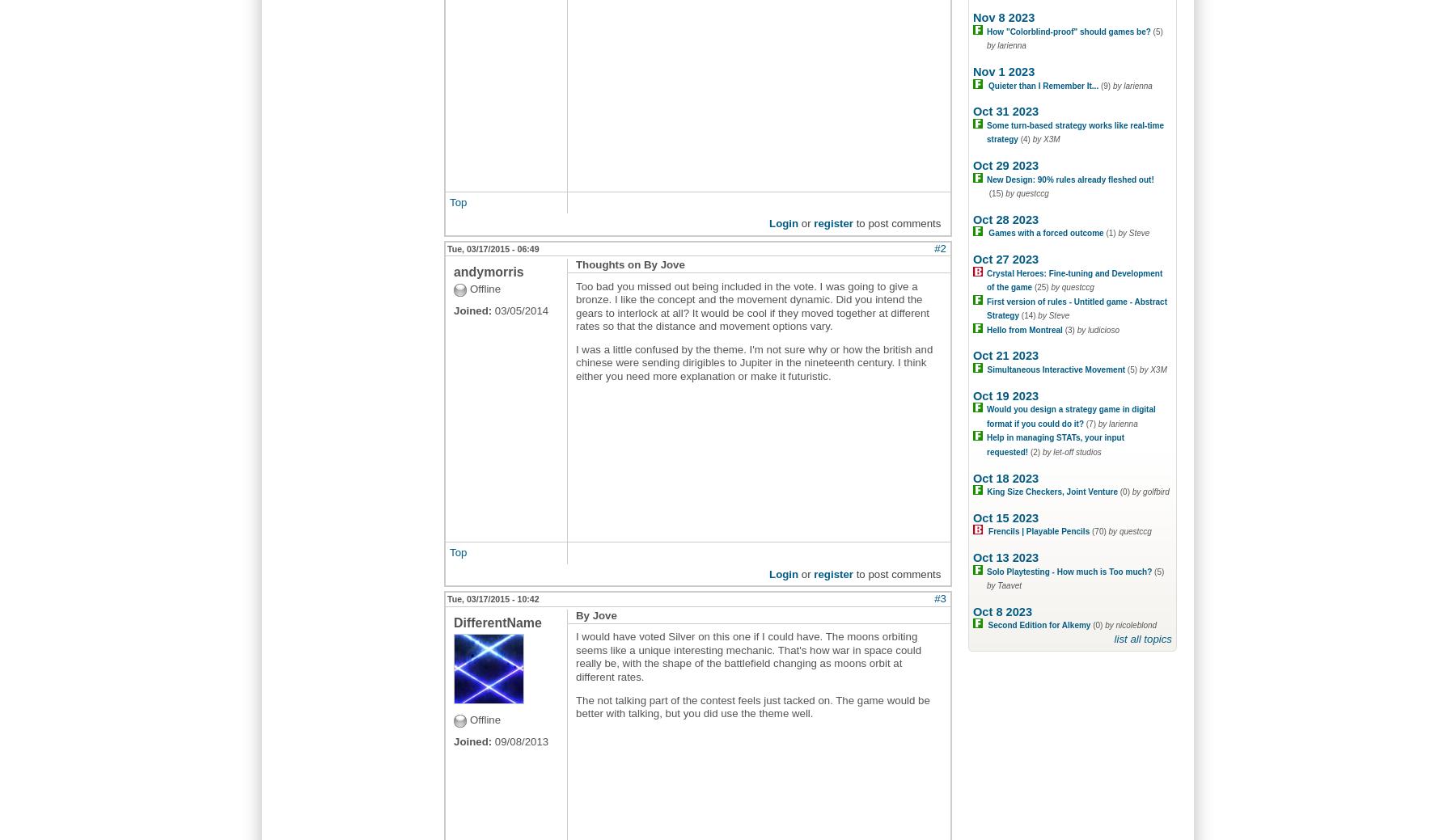 This screenshot has width=1456, height=840. Describe the element at coordinates (1035, 452) in the screenshot. I see `'(2)'` at that location.